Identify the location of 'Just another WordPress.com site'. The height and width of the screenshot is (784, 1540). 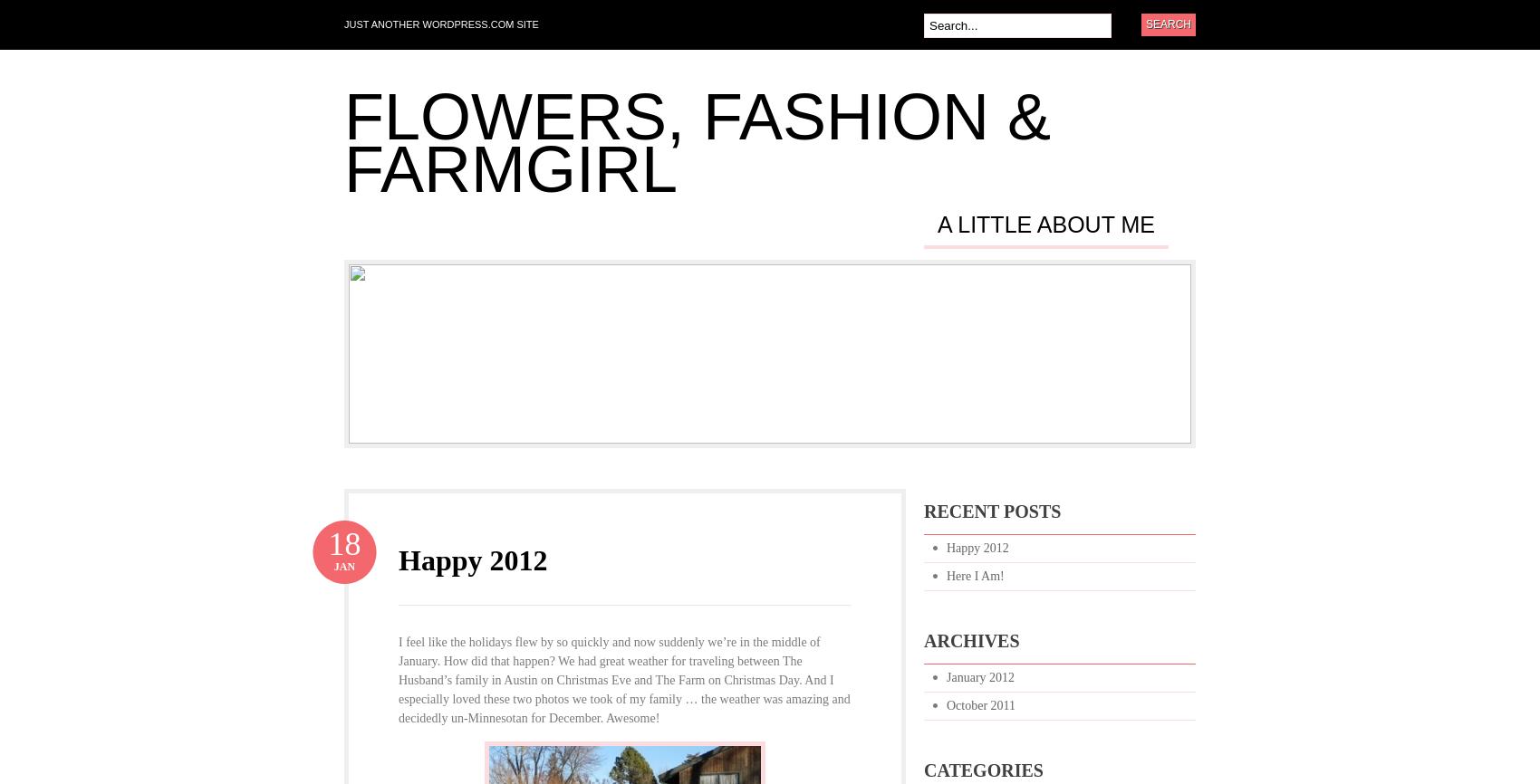
(441, 24).